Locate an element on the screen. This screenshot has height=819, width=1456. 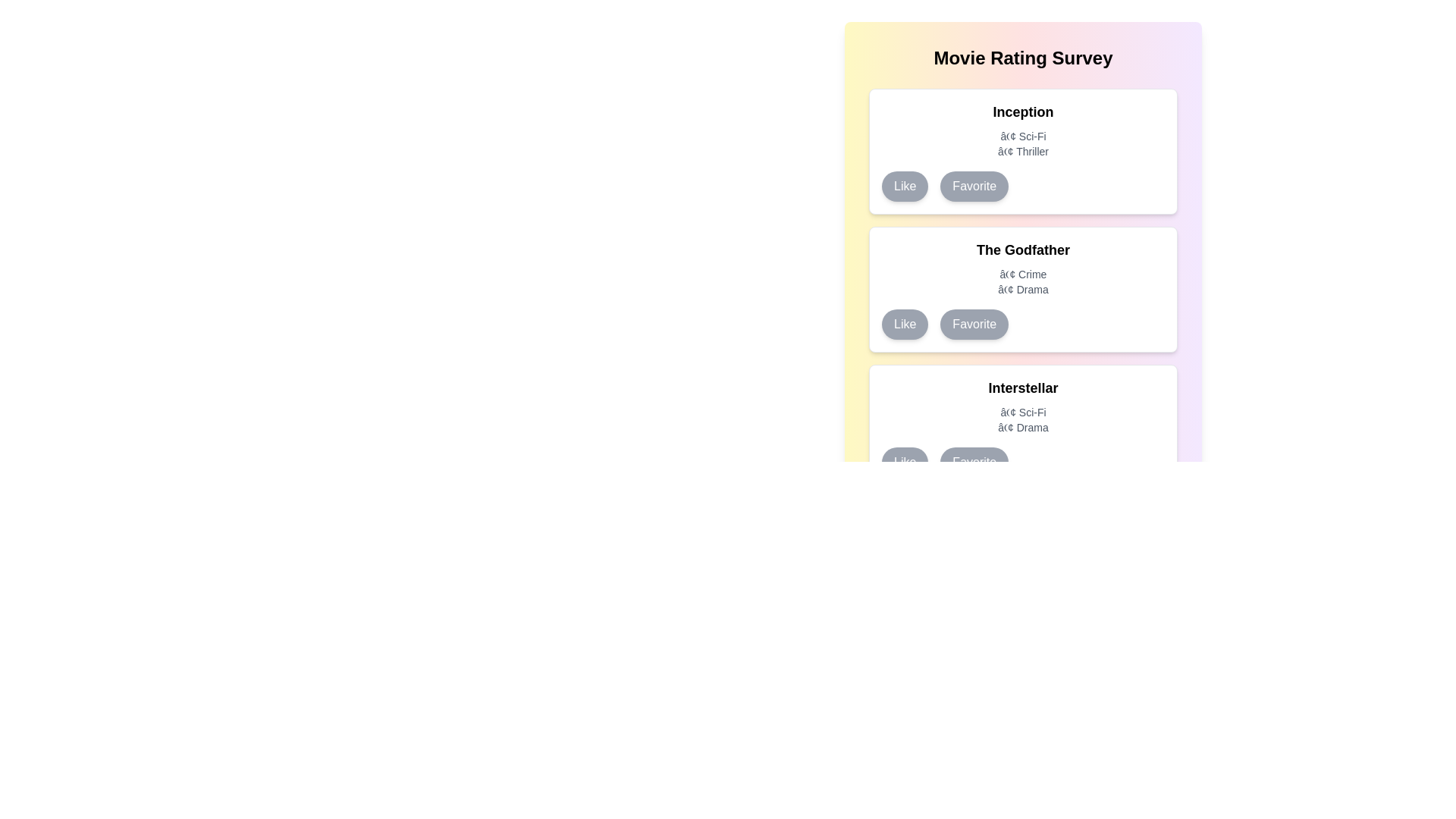
the 'Sci-Fi' genre text label, which is positioned directly under the 'Interstellar' movie title and aligned with the 'â€¢ Drama' label is located at coordinates (1023, 412).